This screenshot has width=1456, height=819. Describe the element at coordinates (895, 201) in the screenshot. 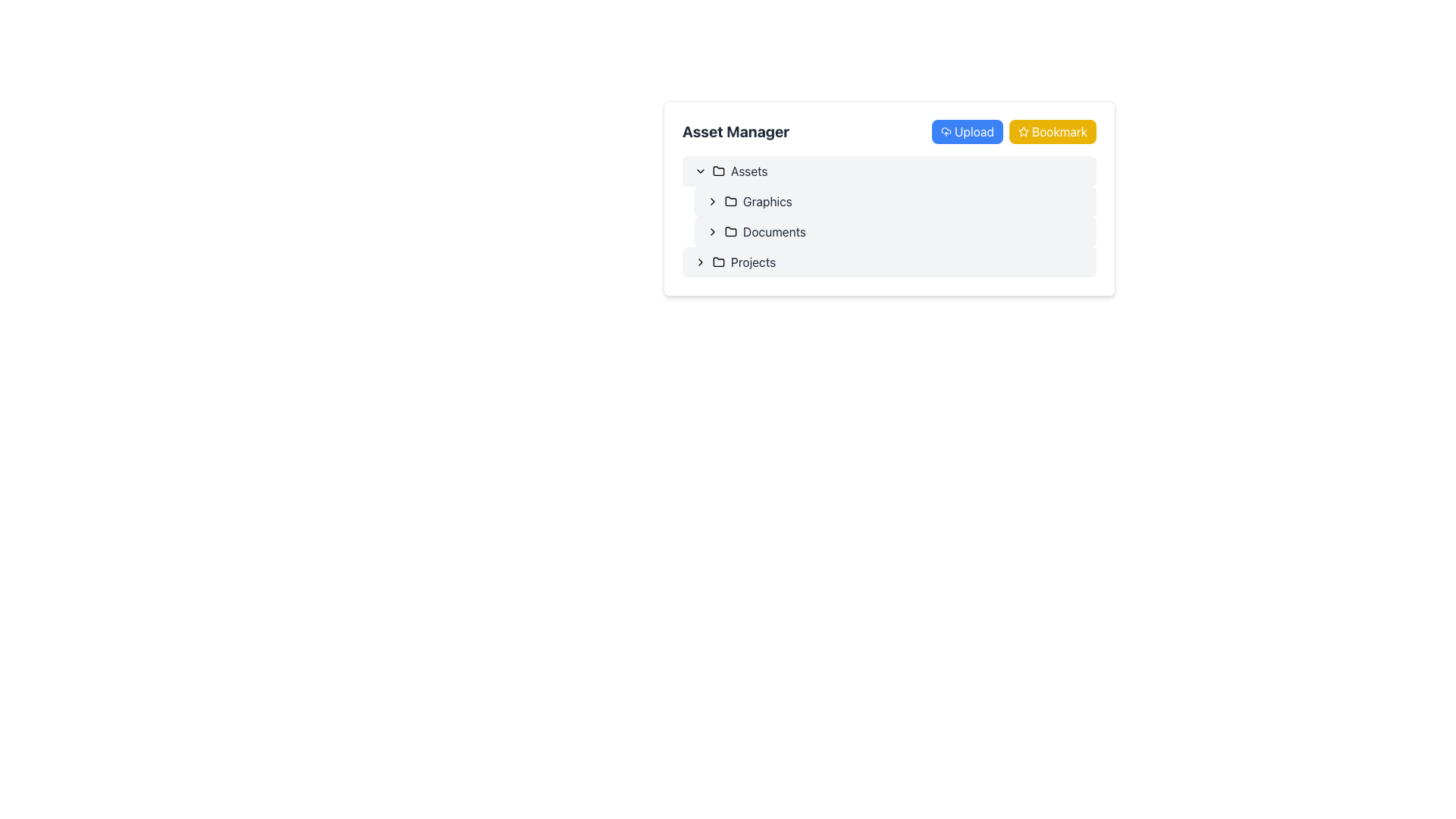

I see `the 'Graphics' list item in the 'Asset Manager'` at that location.